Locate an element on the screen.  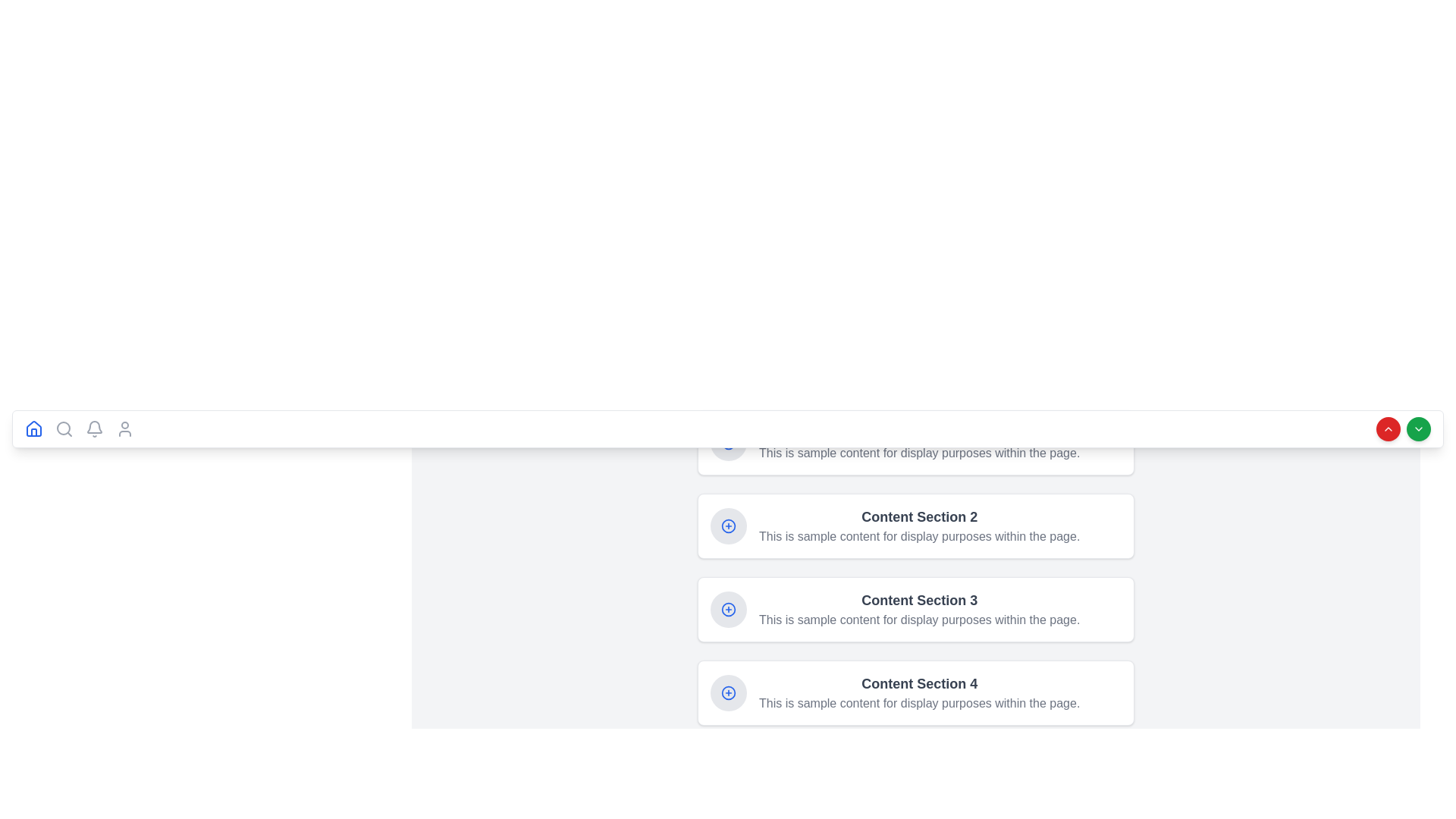
the outer boundary SVG circle of the 'plus' icon located to the left of the text 'Content Section 4' is located at coordinates (728, 693).